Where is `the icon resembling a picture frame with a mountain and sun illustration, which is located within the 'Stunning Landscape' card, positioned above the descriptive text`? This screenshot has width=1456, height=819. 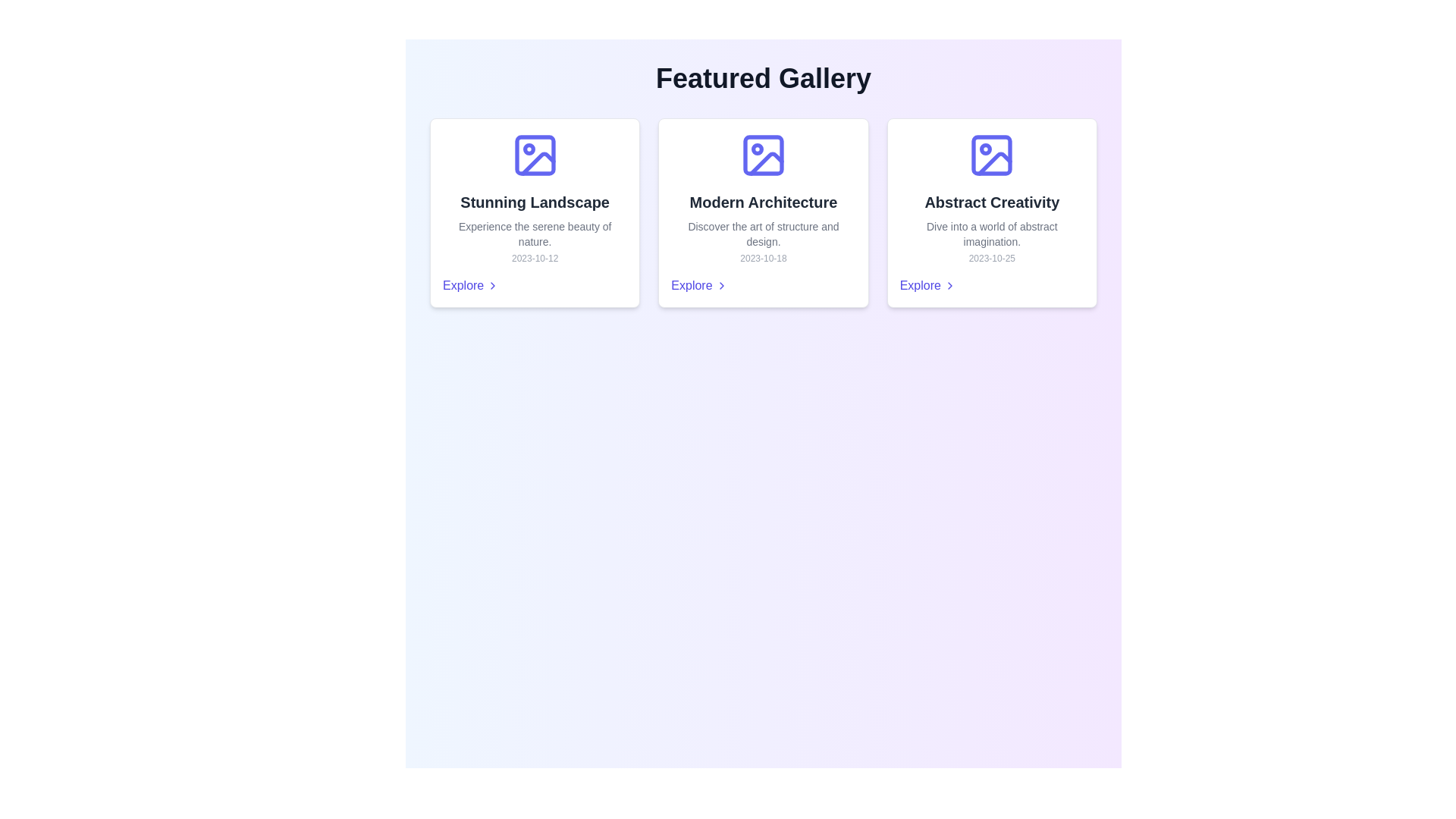
the icon resembling a picture frame with a mountain and sun illustration, which is located within the 'Stunning Landscape' card, positioned above the descriptive text is located at coordinates (535, 155).